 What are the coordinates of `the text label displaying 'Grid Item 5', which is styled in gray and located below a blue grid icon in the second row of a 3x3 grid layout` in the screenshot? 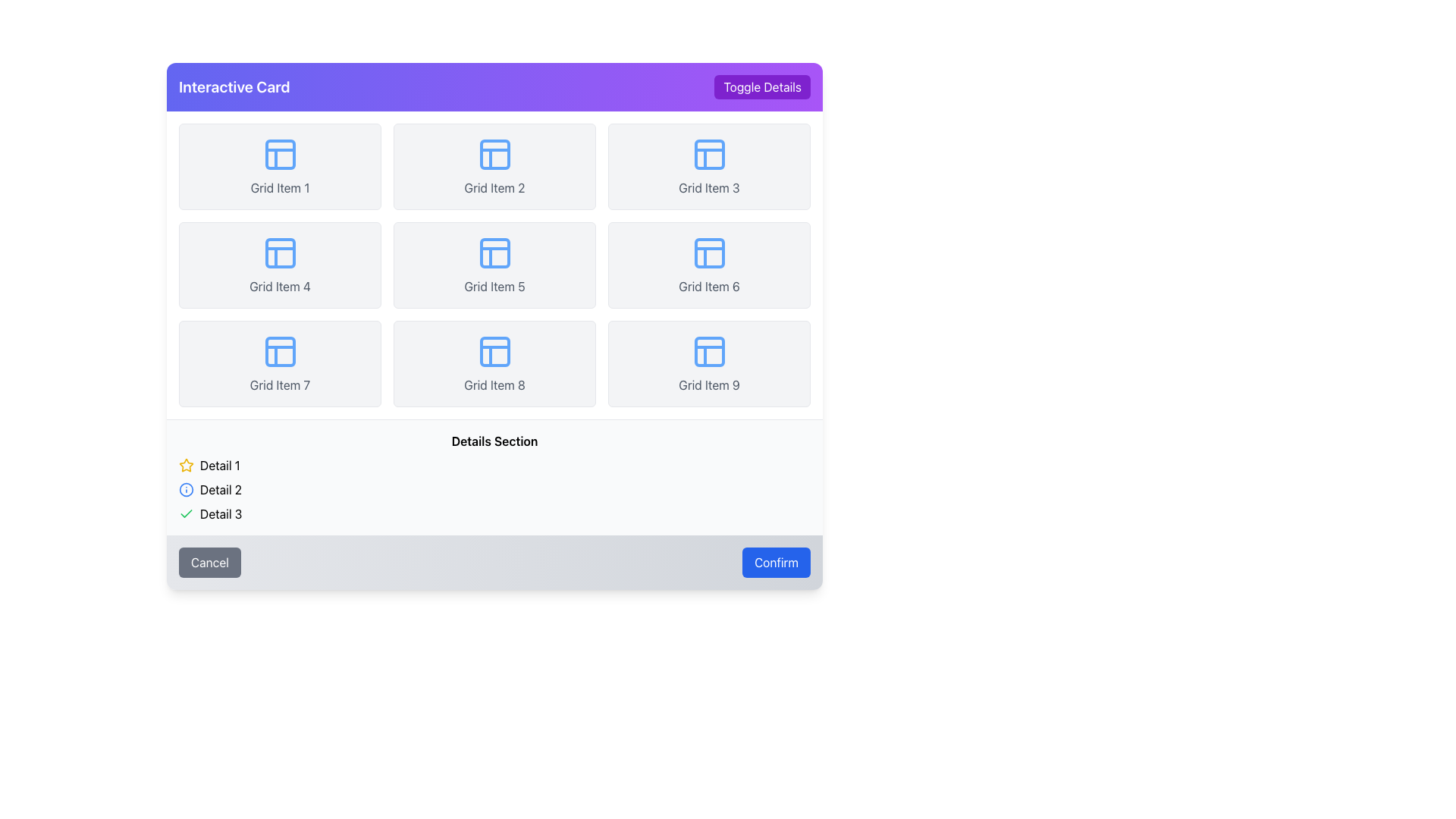 It's located at (494, 287).